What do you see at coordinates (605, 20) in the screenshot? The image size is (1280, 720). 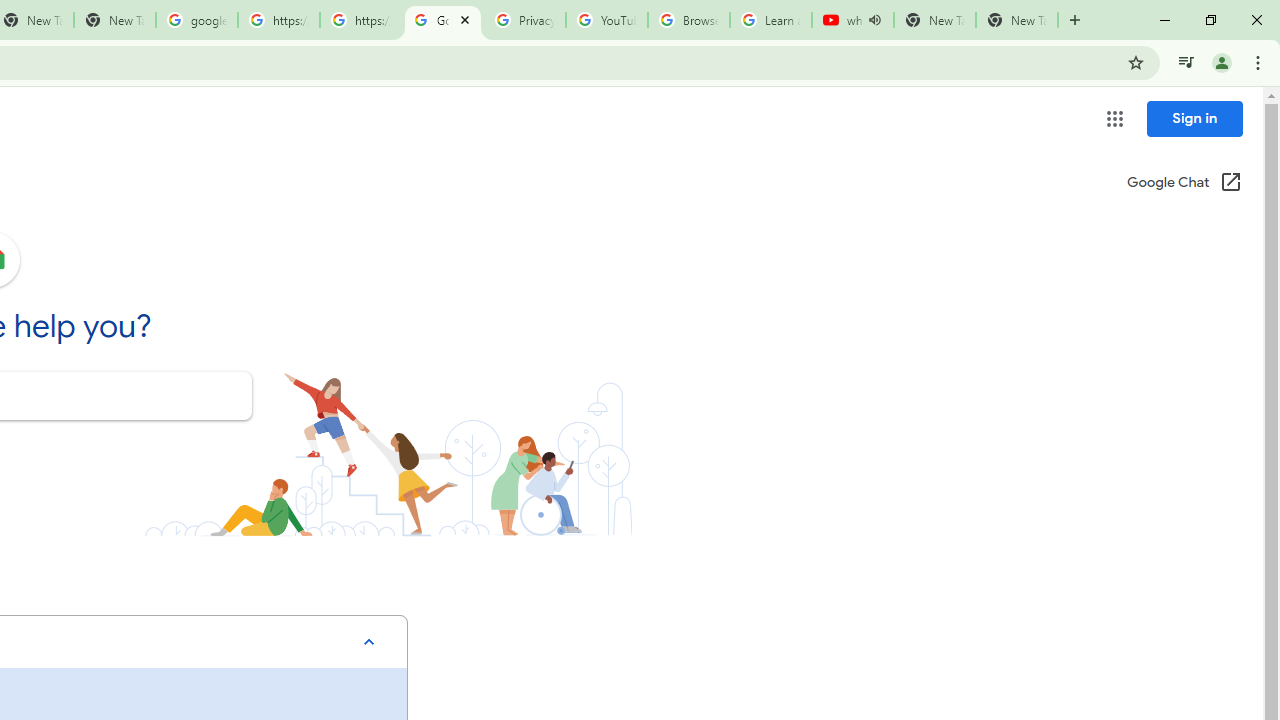 I see `'YouTube'` at bounding box center [605, 20].